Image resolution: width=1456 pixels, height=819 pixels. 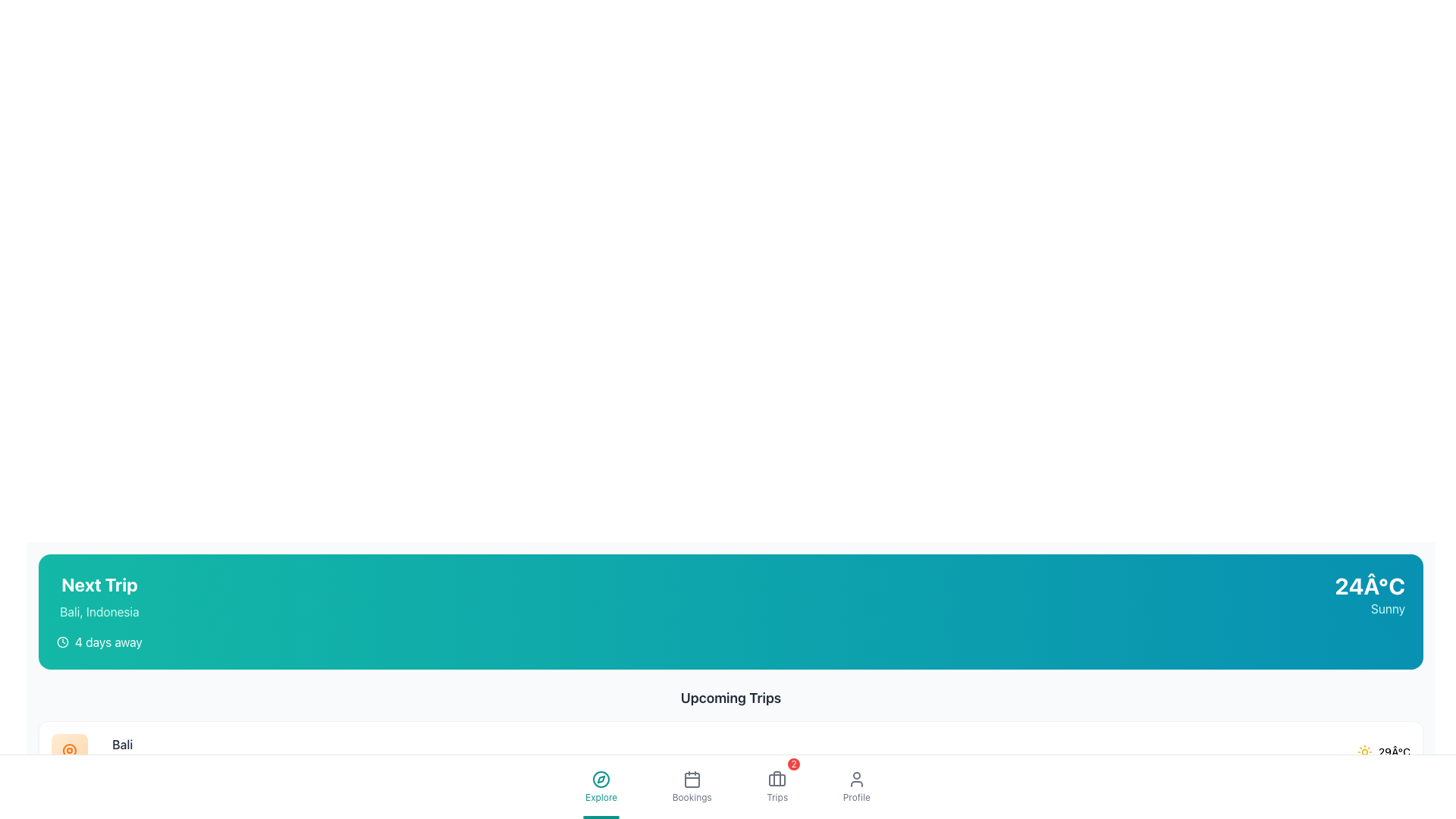 What do you see at coordinates (856, 780) in the screenshot?
I see `the 'Profile' icon located in the bottom navigation bar, which is the rightmost icon among five, to trigger a visual change or tooltip` at bounding box center [856, 780].